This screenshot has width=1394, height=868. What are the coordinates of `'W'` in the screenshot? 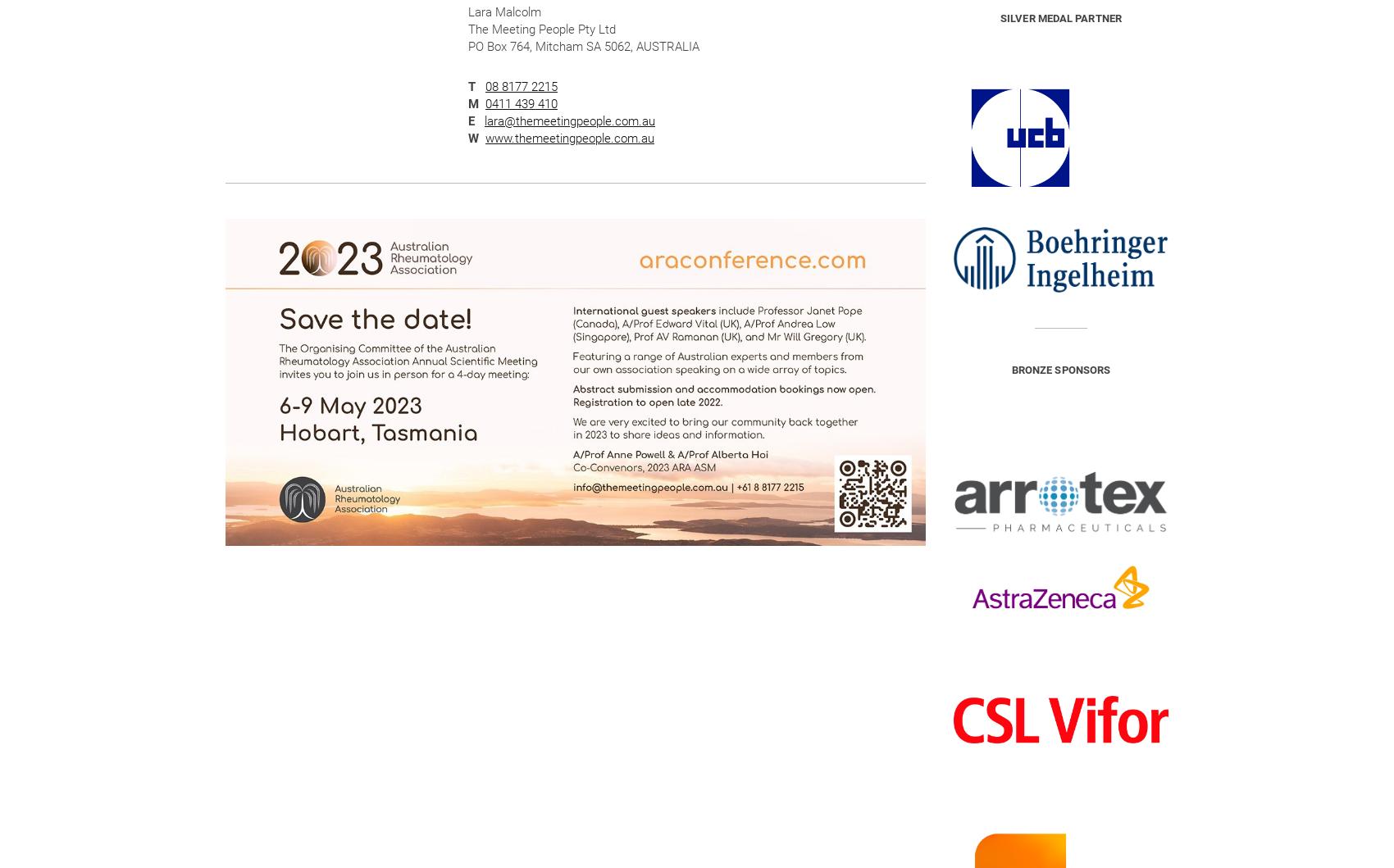 It's located at (471, 138).